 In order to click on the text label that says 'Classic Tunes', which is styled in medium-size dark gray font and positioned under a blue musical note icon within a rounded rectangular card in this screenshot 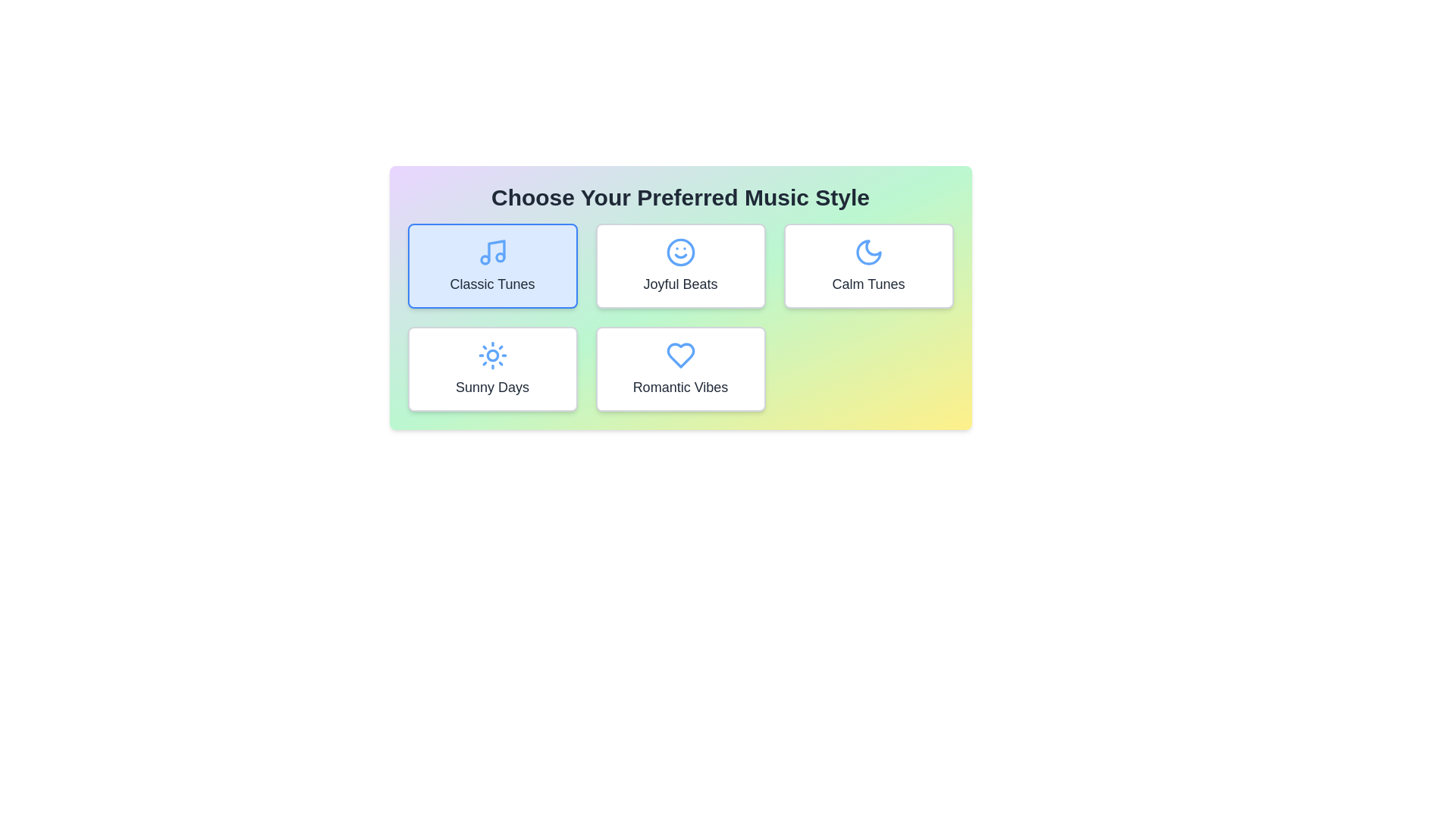, I will do `click(492, 284)`.